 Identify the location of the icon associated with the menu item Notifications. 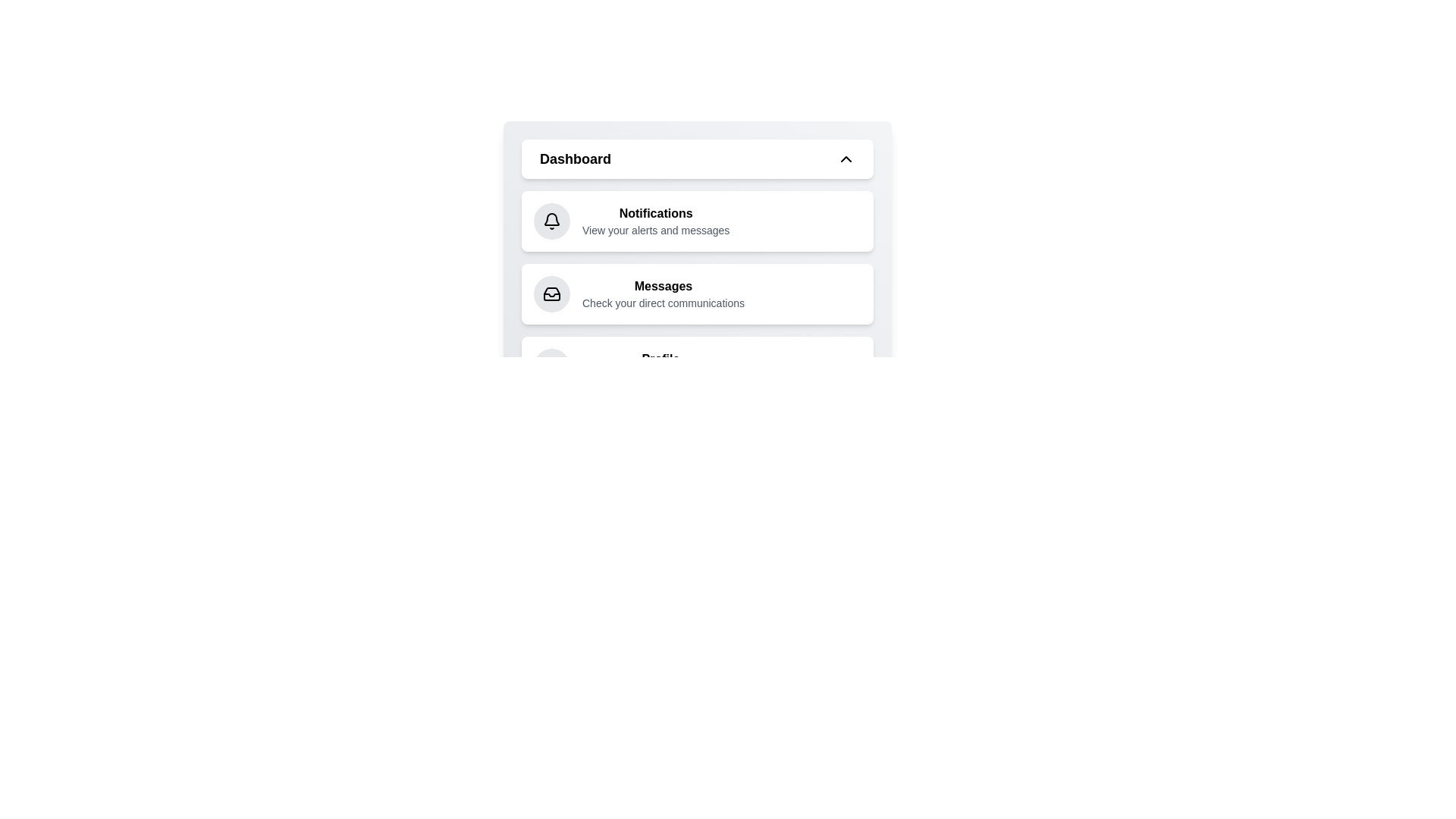
(551, 221).